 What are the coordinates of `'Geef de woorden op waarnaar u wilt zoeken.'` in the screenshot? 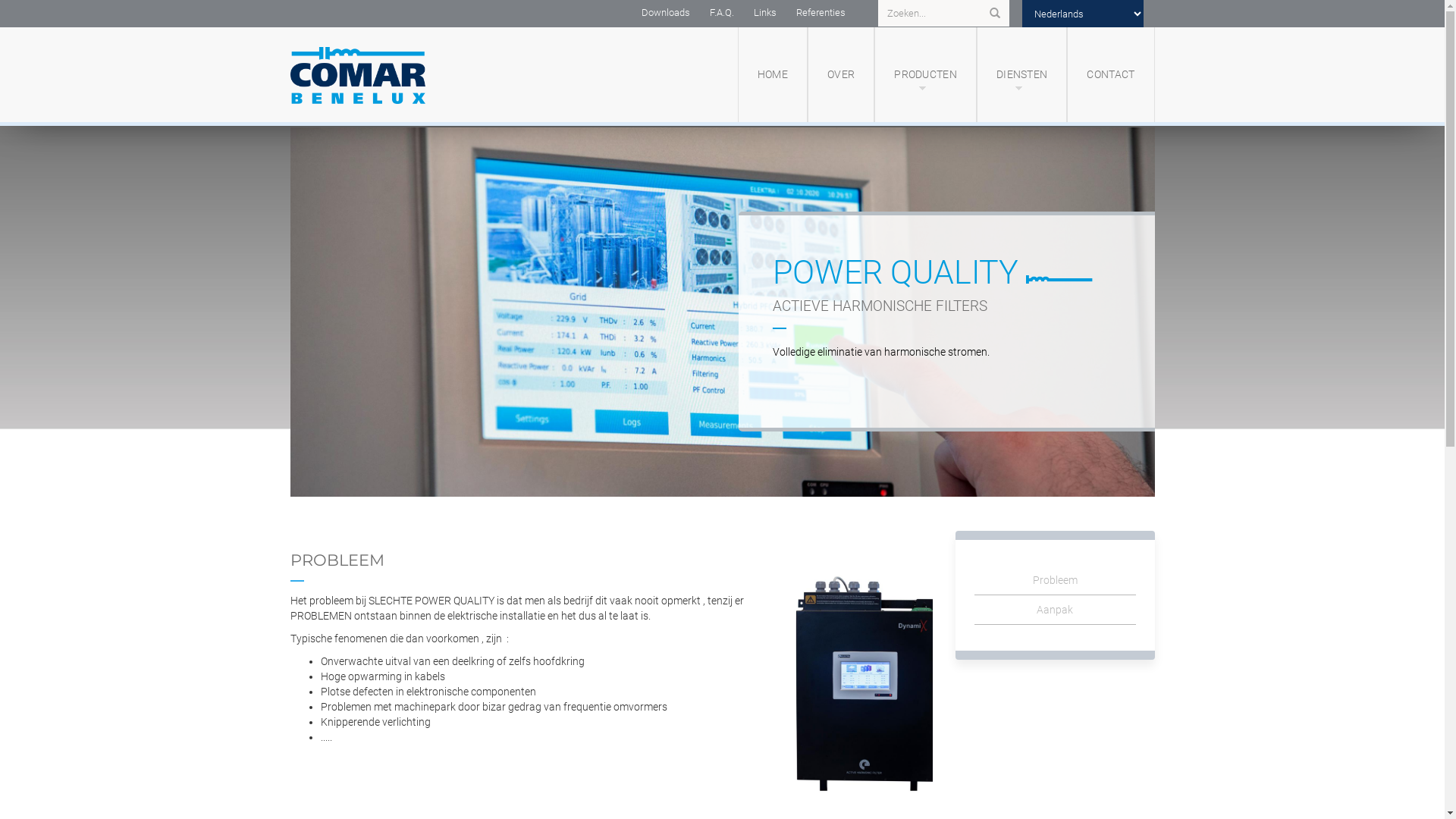 It's located at (938, 13).